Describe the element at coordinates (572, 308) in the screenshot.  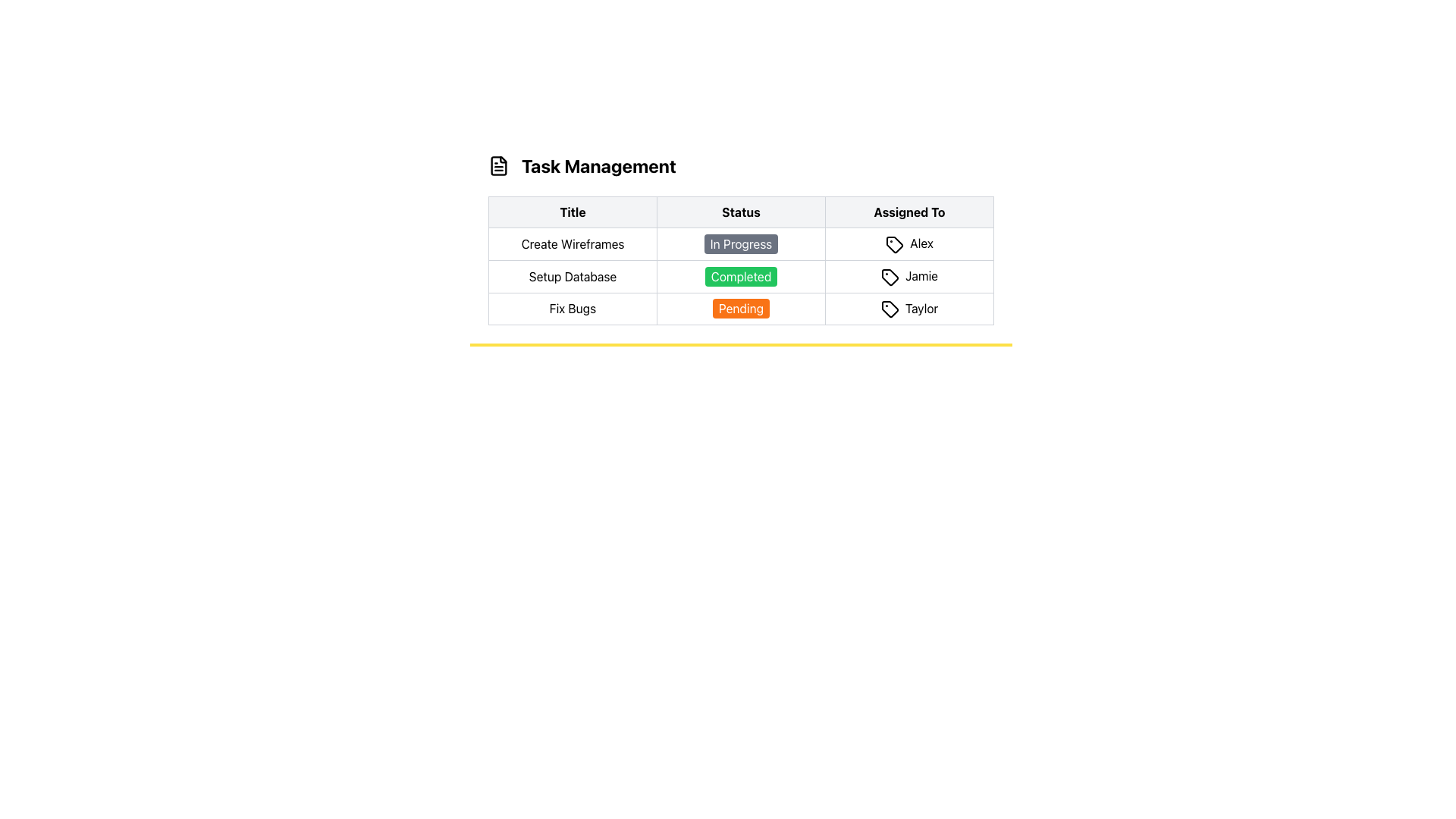
I see `text content of the 'Fix Bugs' label located in the first column of the third row within the task information table` at that location.